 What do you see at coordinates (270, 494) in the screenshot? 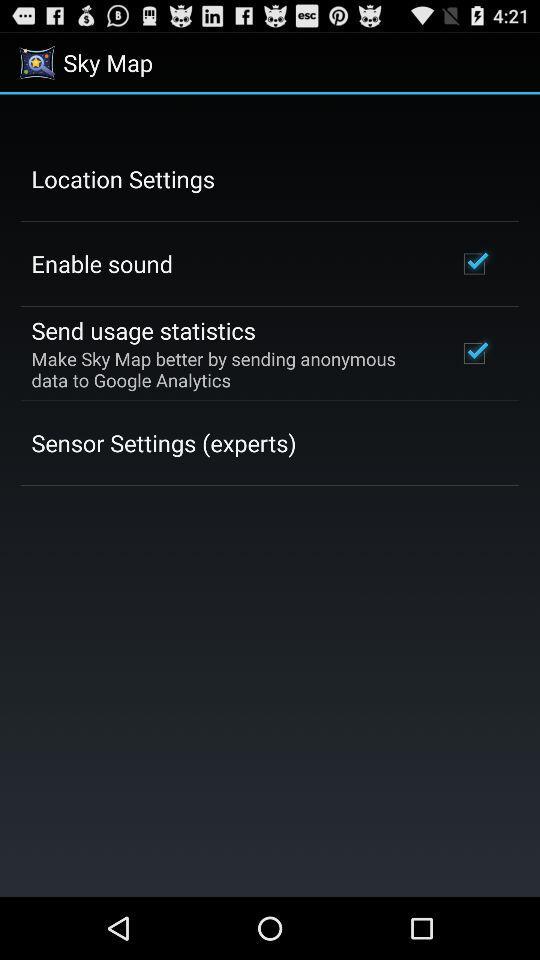
I see `setting page` at bounding box center [270, 494].